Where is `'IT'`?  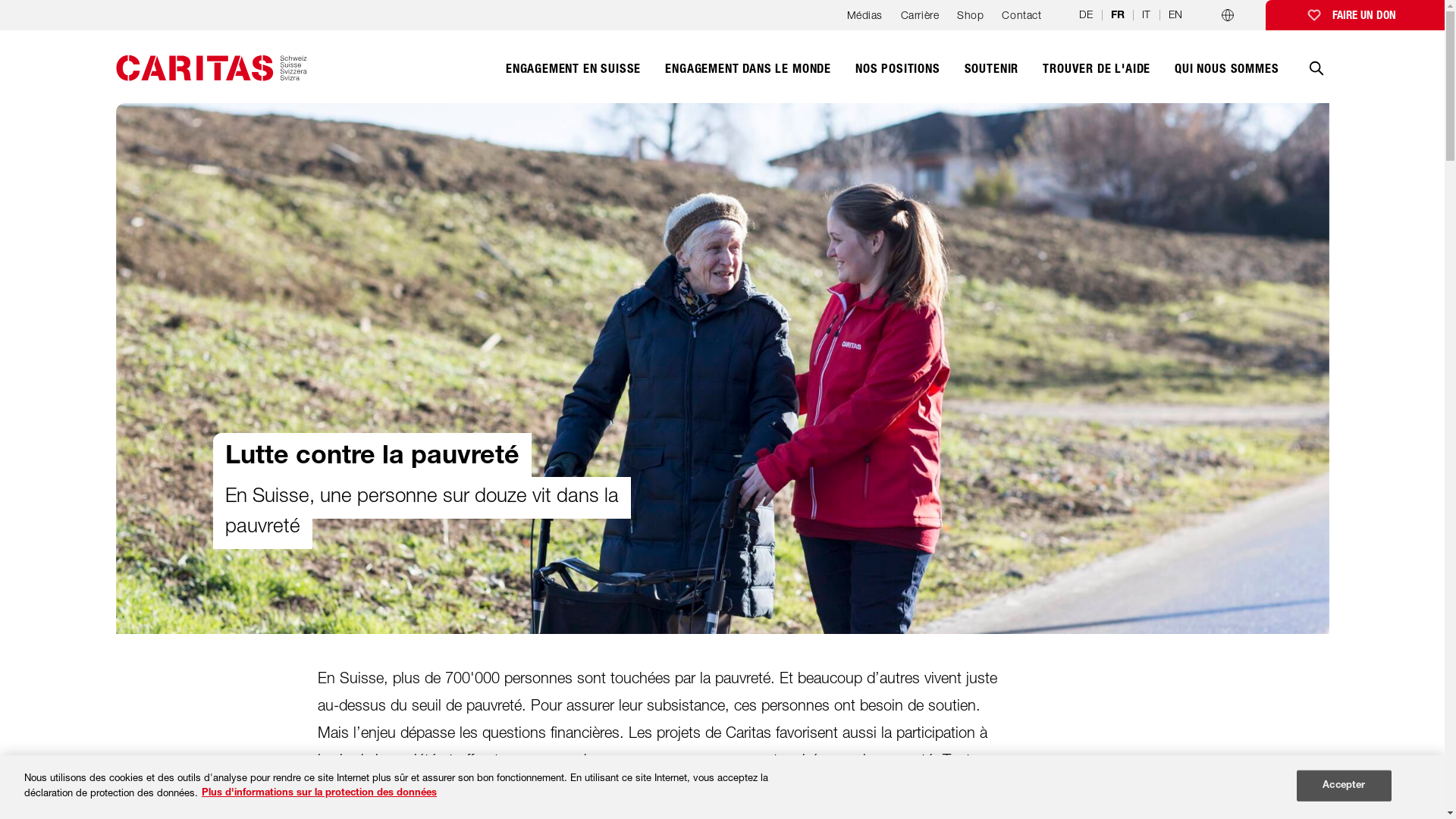
'IT' is located at coordinates (1146, 14).